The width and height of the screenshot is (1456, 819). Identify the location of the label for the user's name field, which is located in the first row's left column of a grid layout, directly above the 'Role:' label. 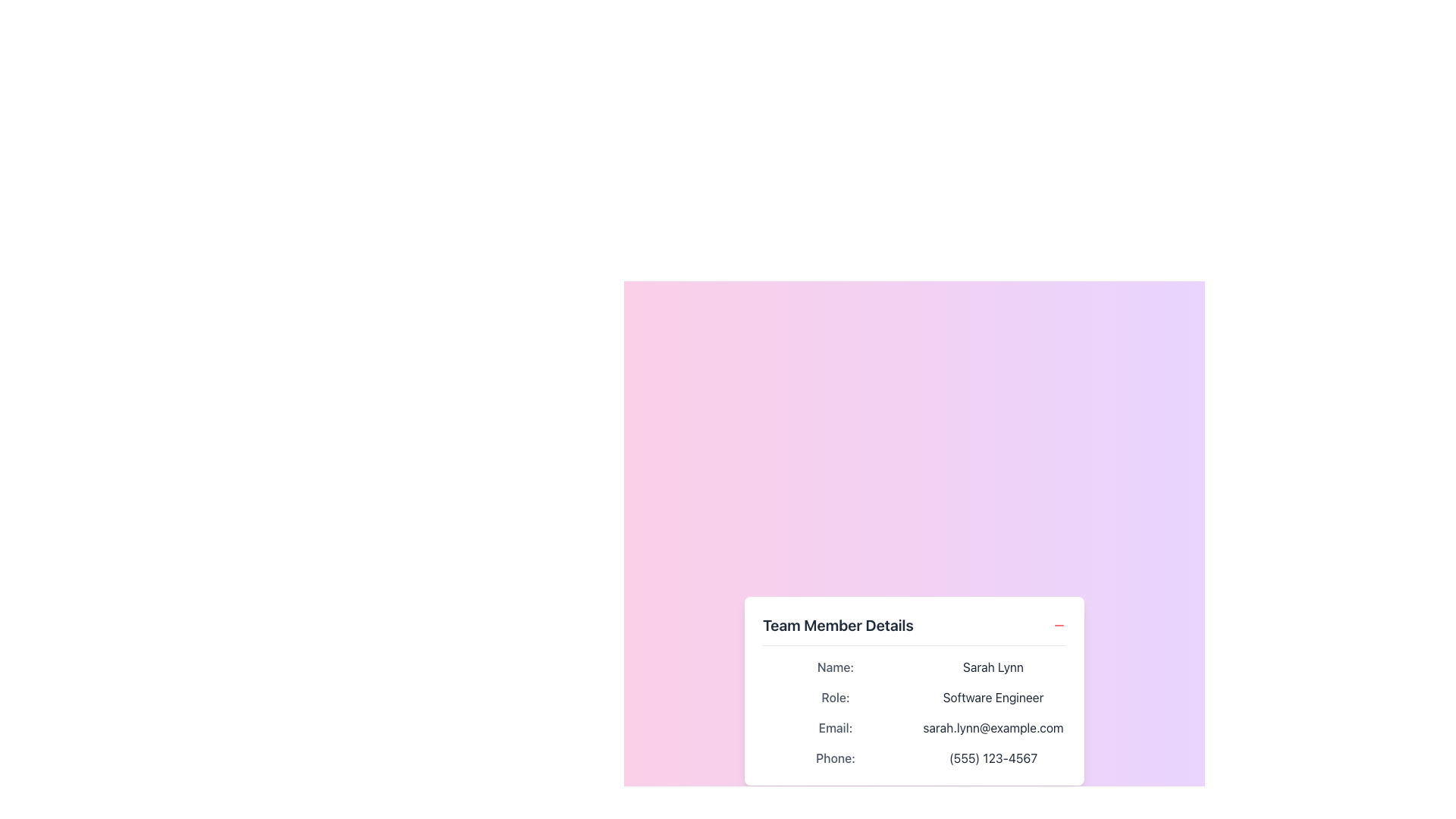
(835, 666).